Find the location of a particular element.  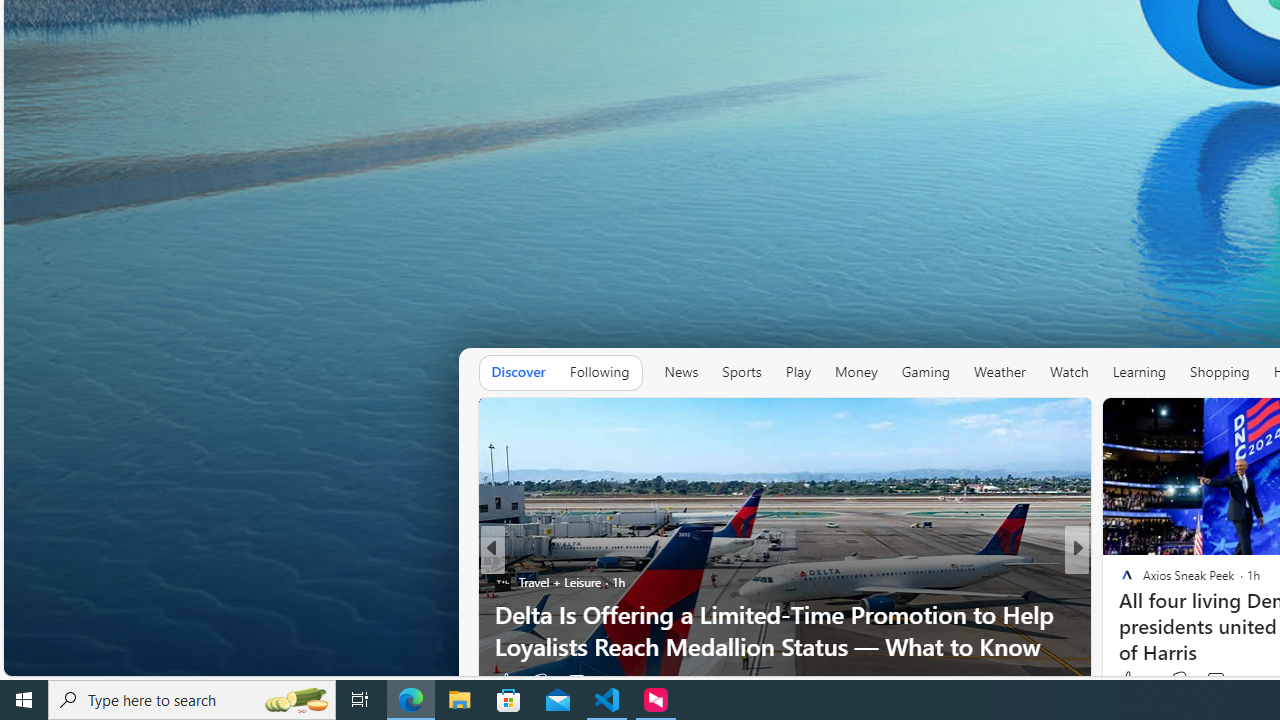

'Learning' is located at coordinates (1139, 372).